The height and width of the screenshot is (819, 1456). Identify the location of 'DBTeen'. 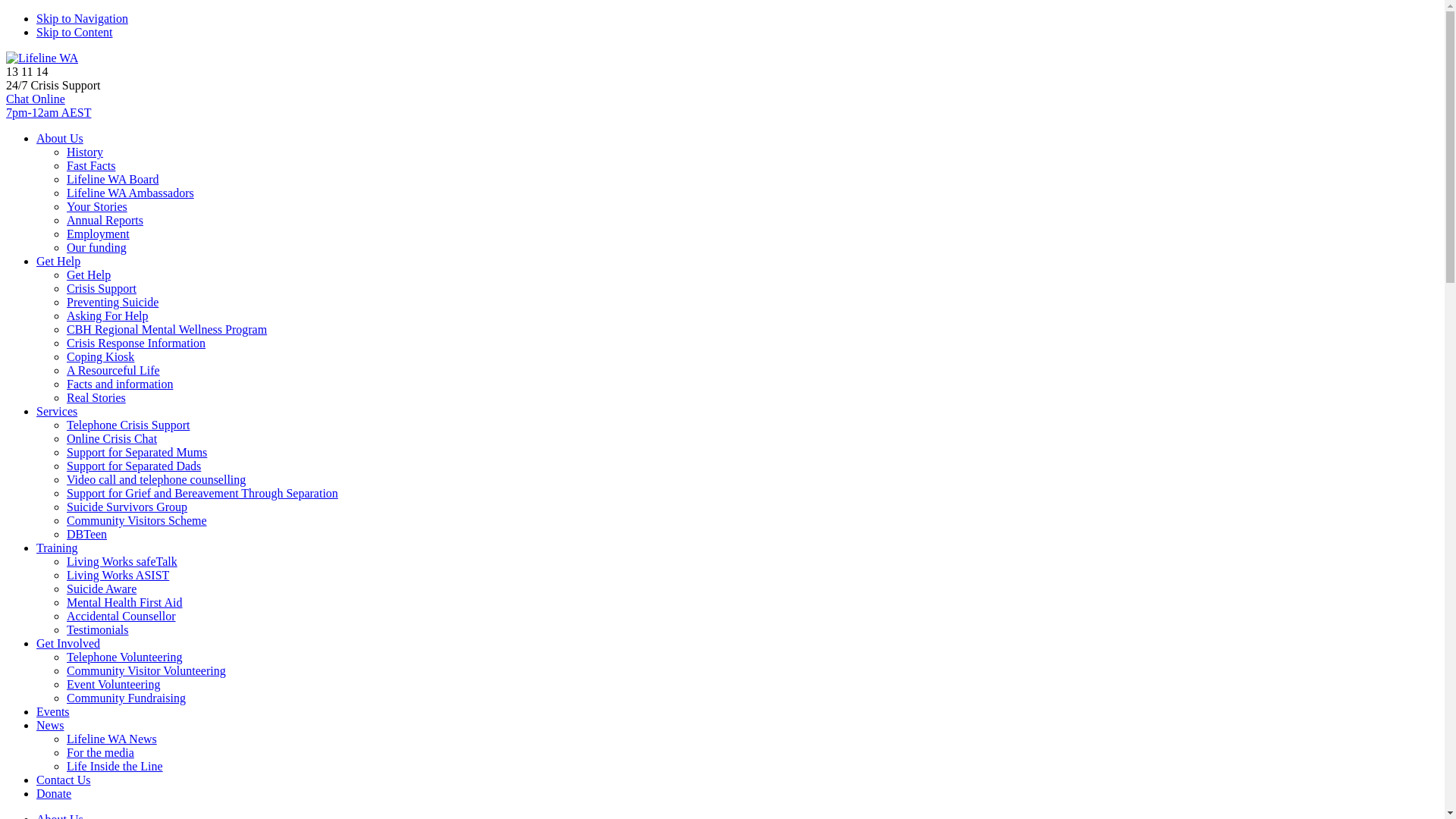
(65, 533).